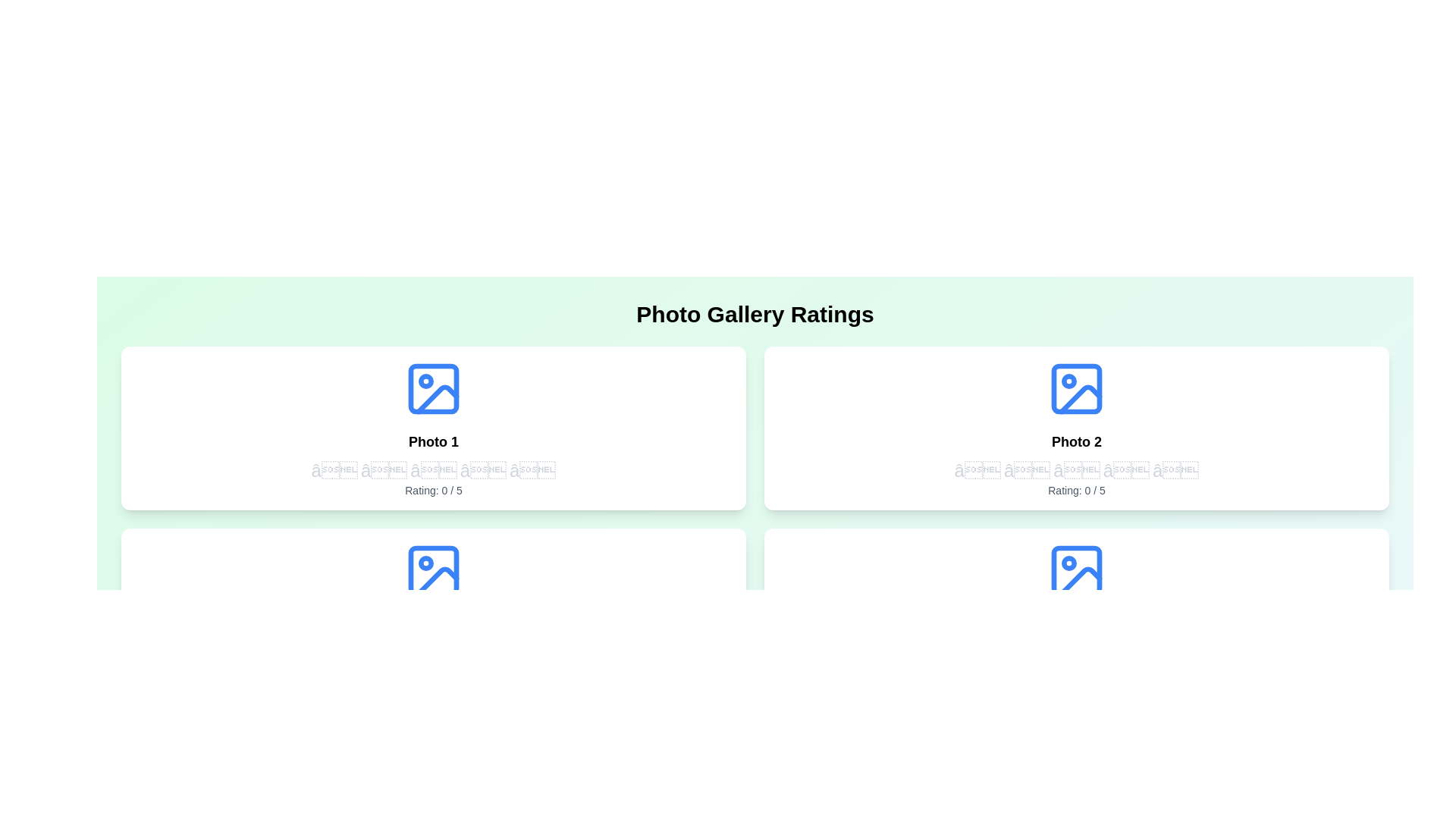 The width and height of the screenshot is (1456, 819). I want to click on the rating of the first photo to 4 stars, so click(482, 470).